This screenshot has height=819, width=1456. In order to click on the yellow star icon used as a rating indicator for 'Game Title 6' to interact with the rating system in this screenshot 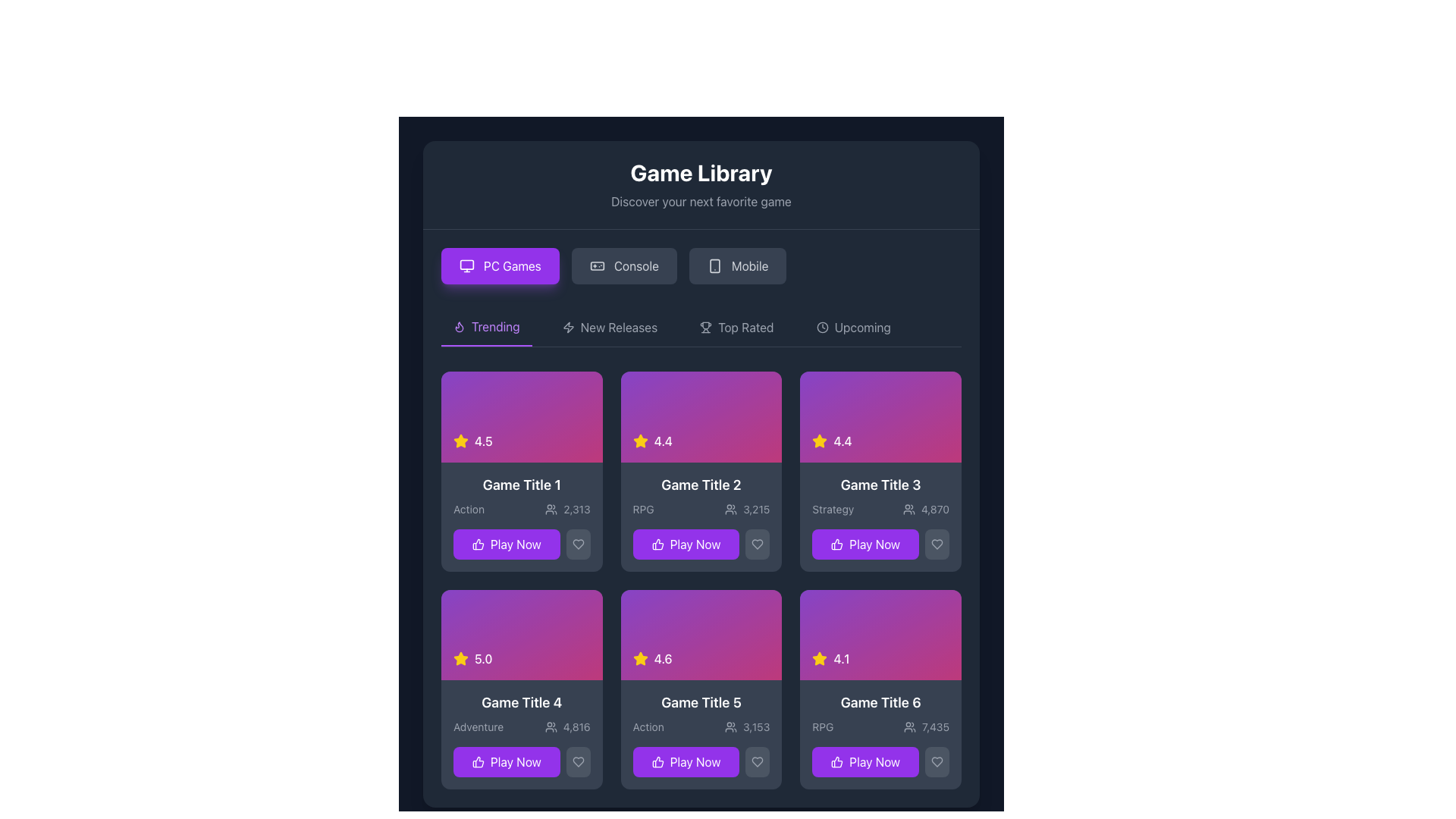, I will do `click(818, 657)`.